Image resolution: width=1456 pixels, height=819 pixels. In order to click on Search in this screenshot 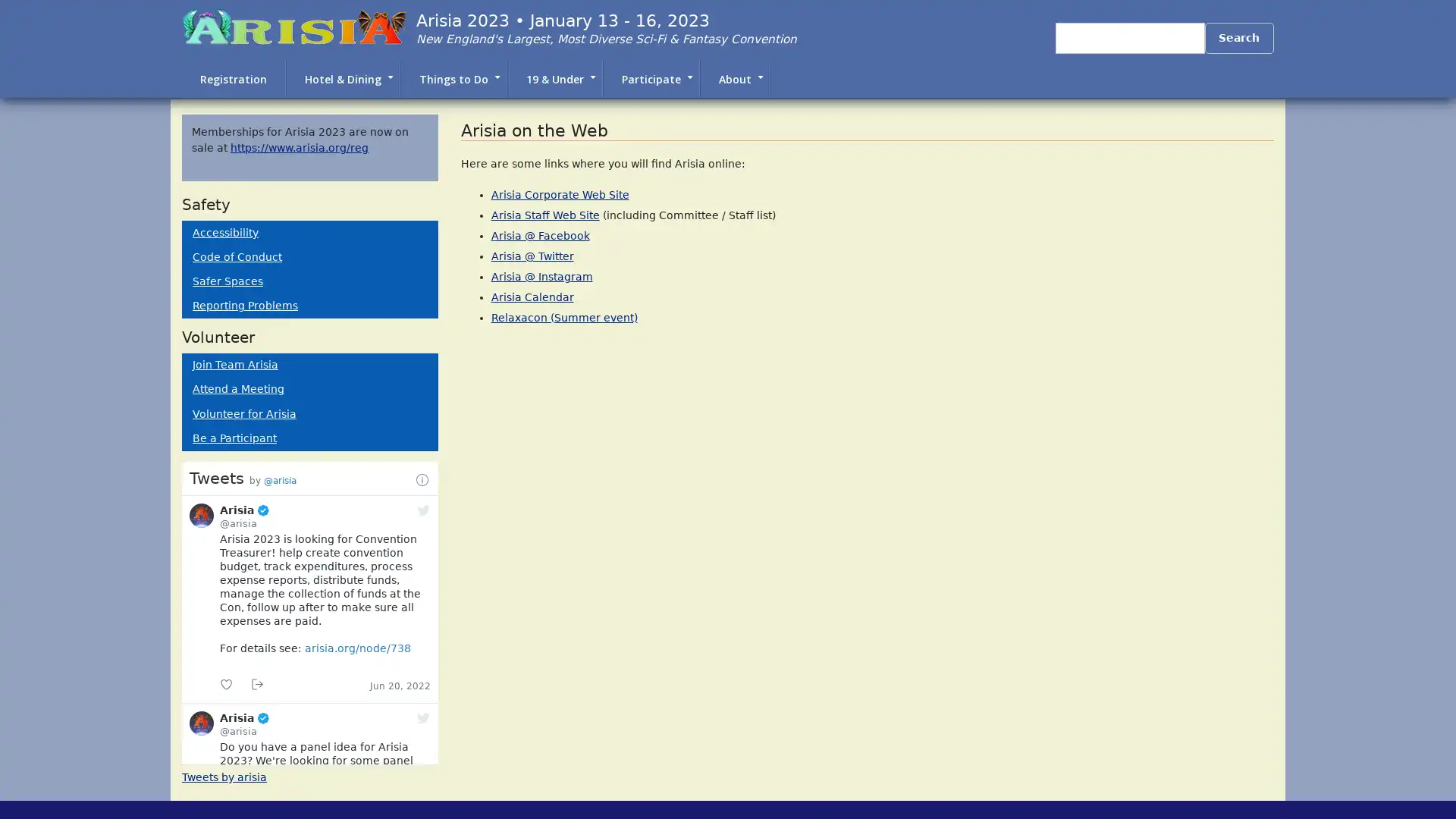, I will do `click(1238, 37)`.